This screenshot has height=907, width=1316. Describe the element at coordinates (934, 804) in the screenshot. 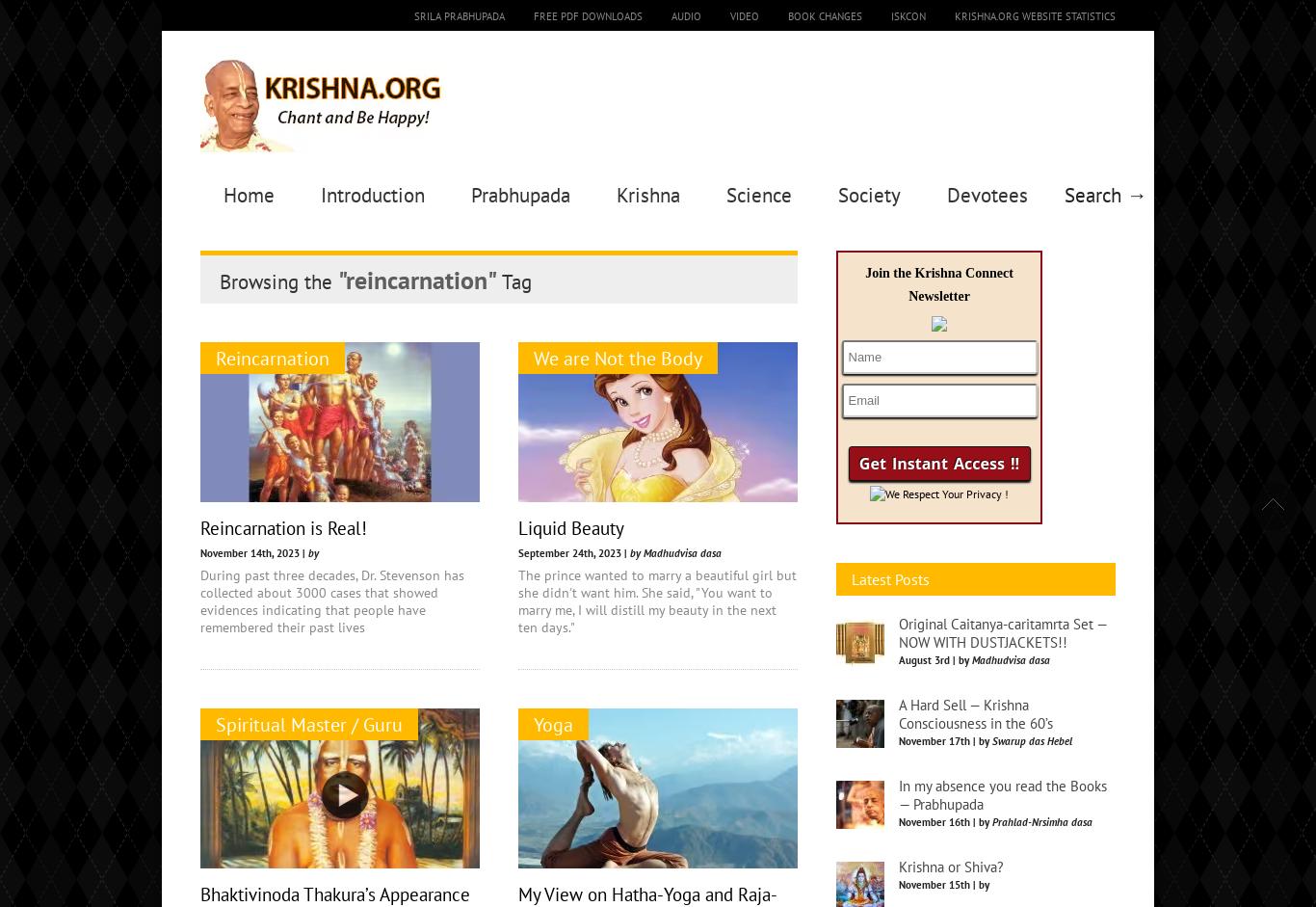

I see `'August 3rd | by'` at that location.